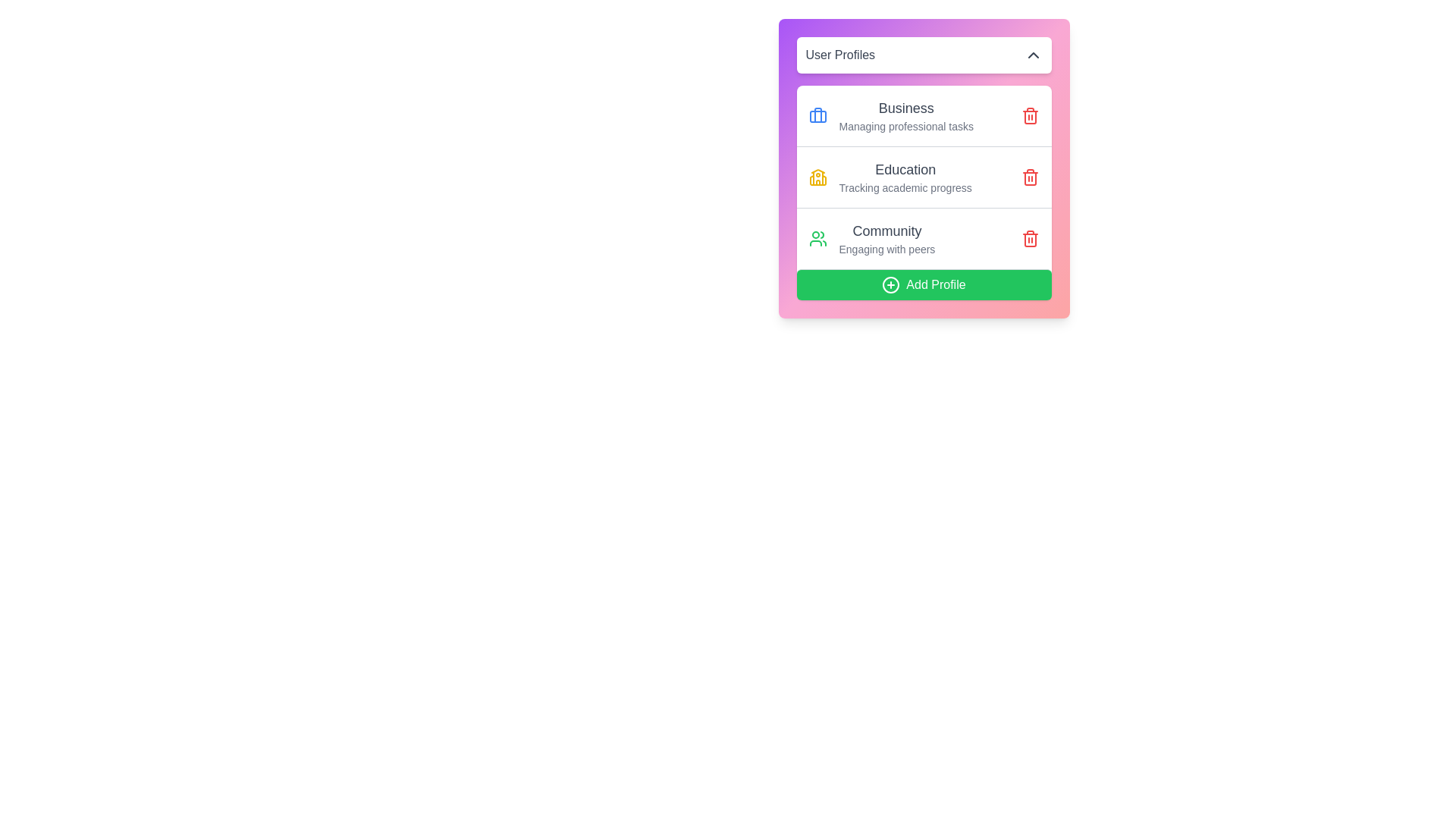  I want to click on text label indicating the user profile category, positioned near the center of the section and above the description line 'Managing professional tasks', so click(906, 107).